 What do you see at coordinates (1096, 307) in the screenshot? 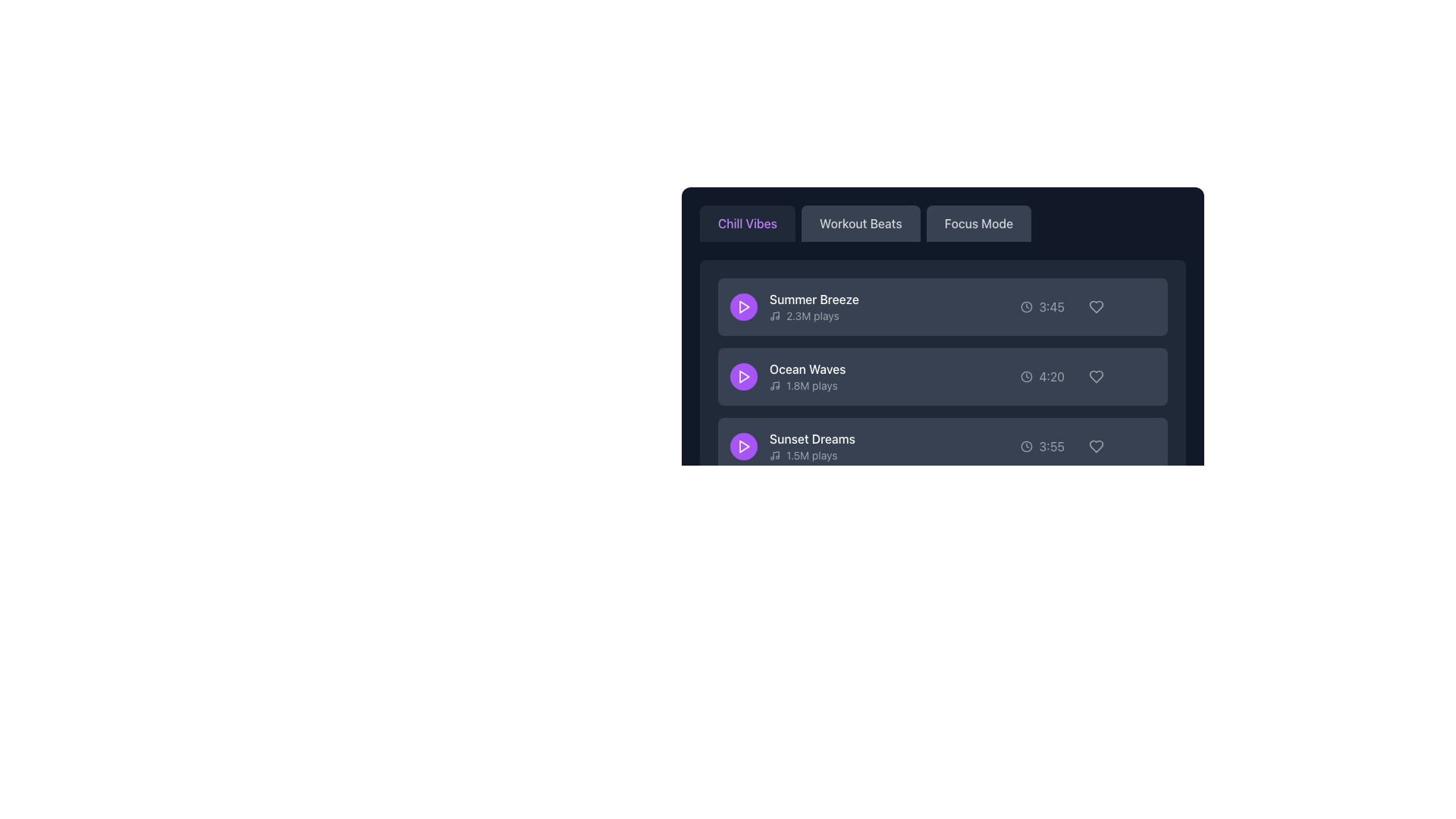
I see `the favorite button located in the middle of the right-hand side of the first item in a vertical list, beside the duration '3:45', to favorite or unfavorite the item` at bounding box center [1096, 307].